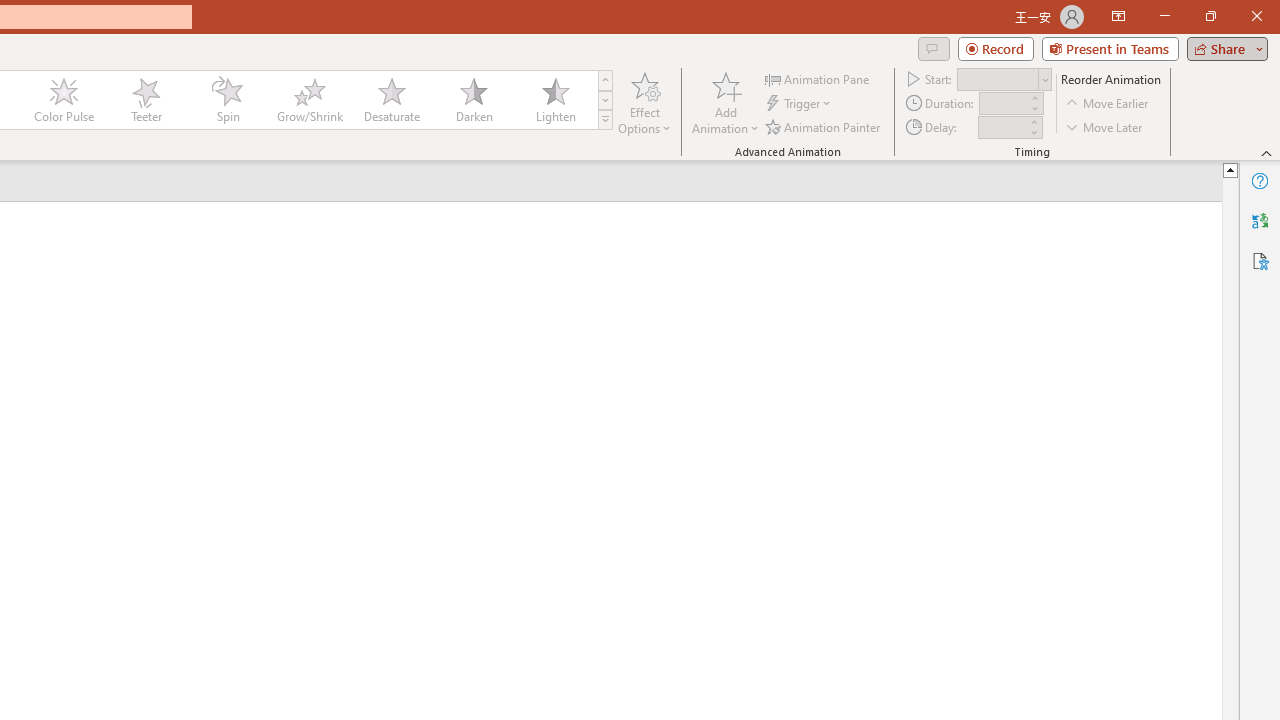 The image size is (1280, 720). What do you see at coordinates (1033, 132) in the screenshot?
I see `'Less'` at bounding box center [1033, 132].